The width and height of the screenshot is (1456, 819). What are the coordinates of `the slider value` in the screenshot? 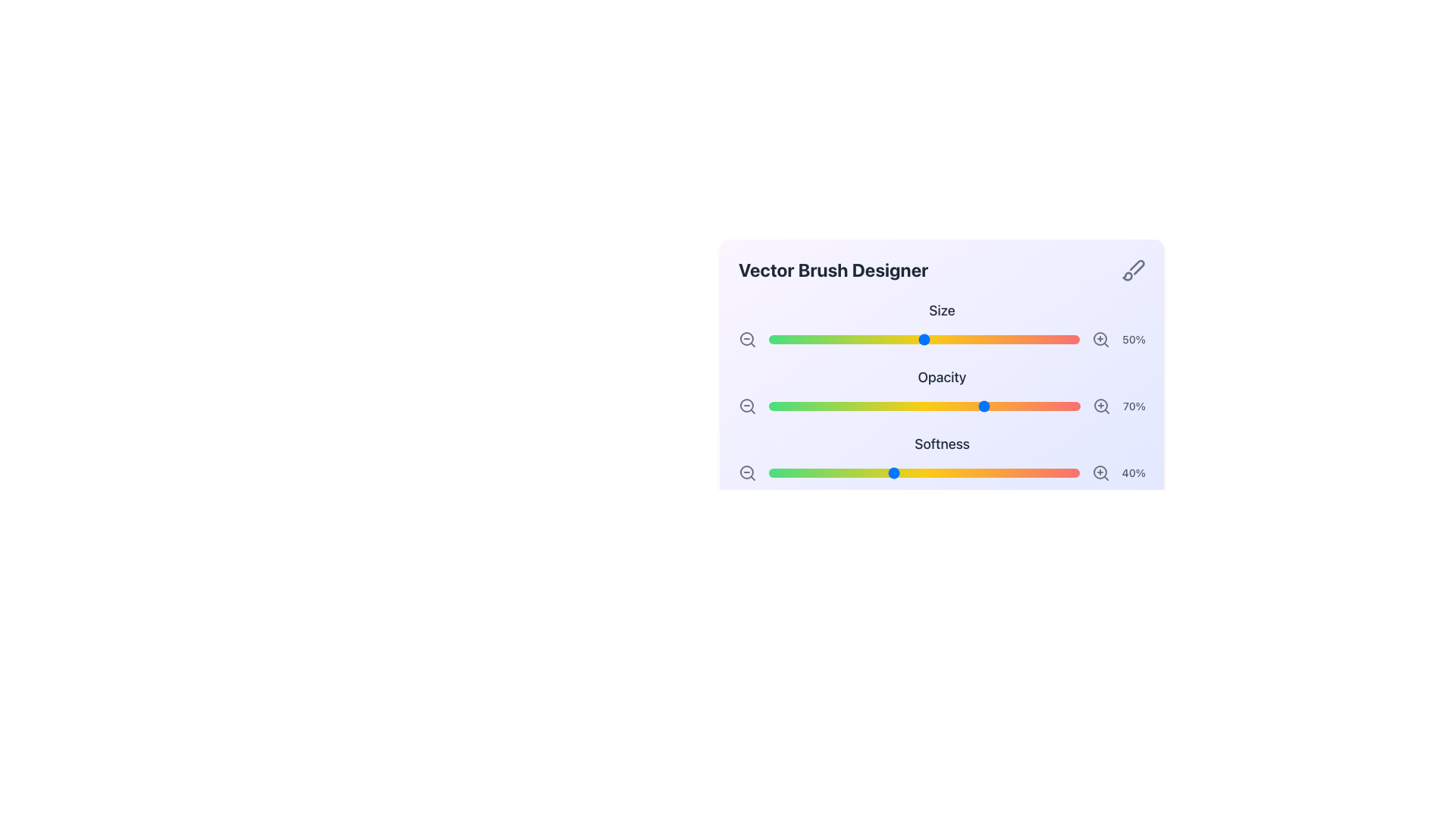 It's located at (930, 338).